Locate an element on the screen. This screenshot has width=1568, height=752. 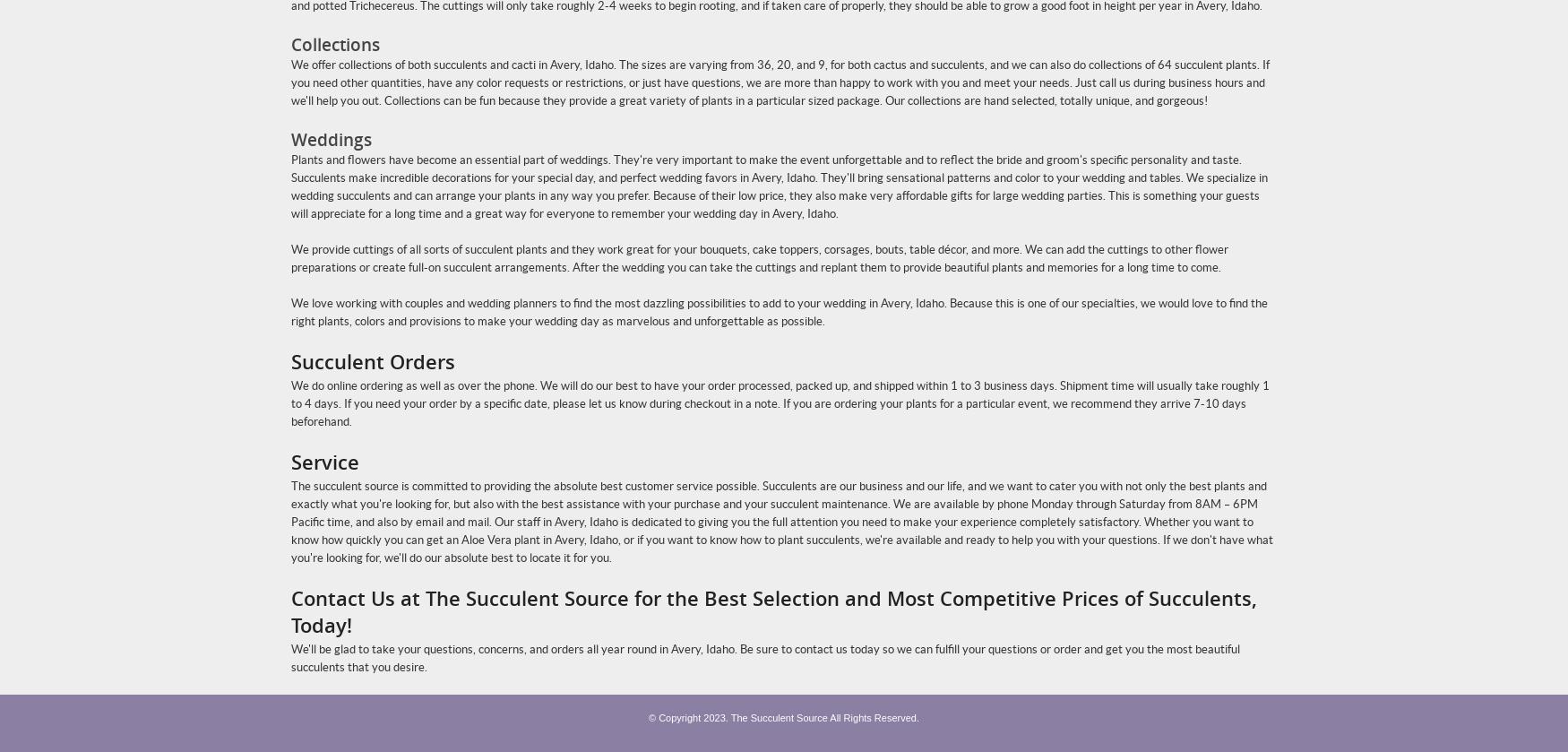
'Succulent Orders' is located at coordinates (372, 361).